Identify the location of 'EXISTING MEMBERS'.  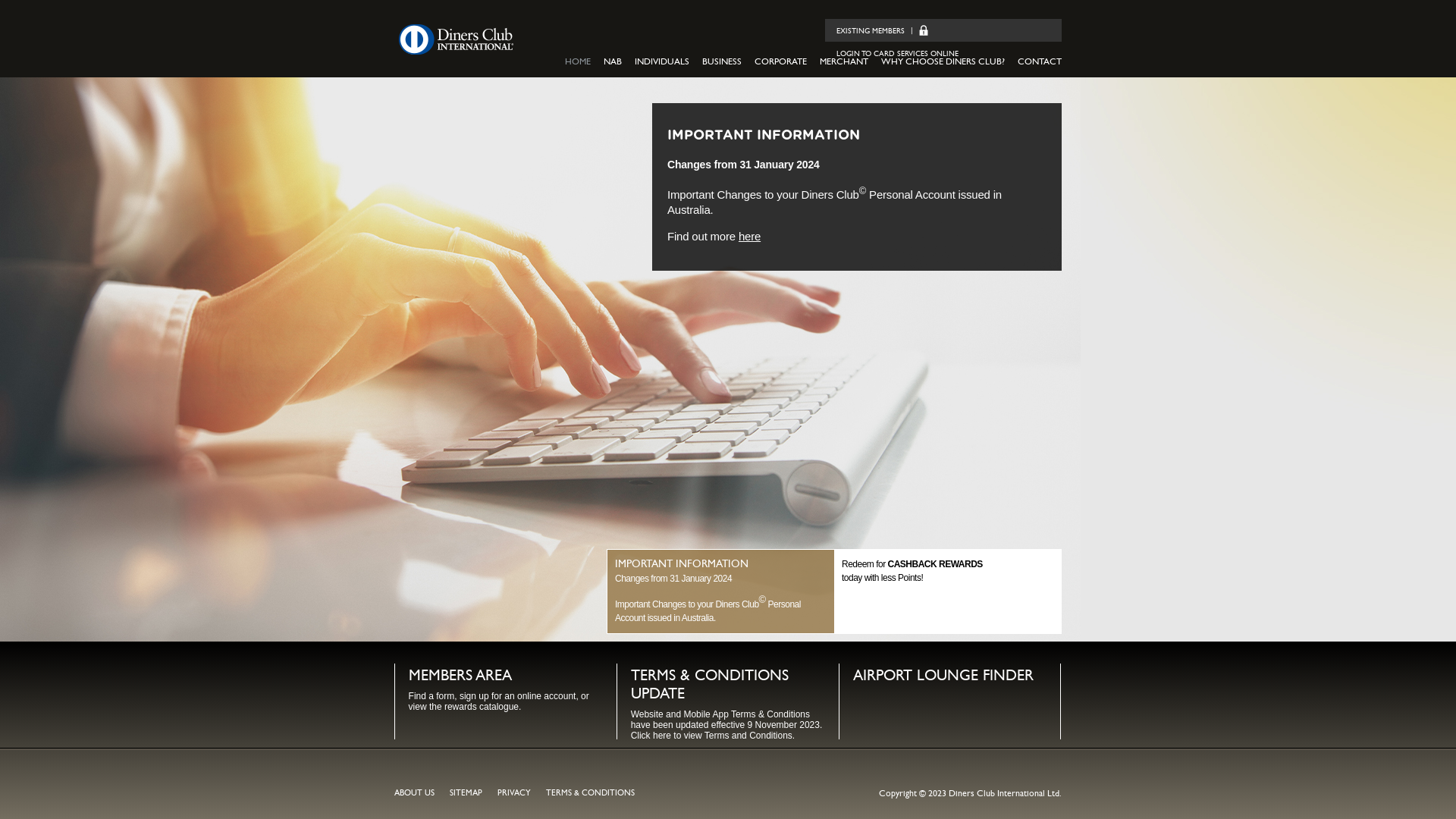
(870, 31).